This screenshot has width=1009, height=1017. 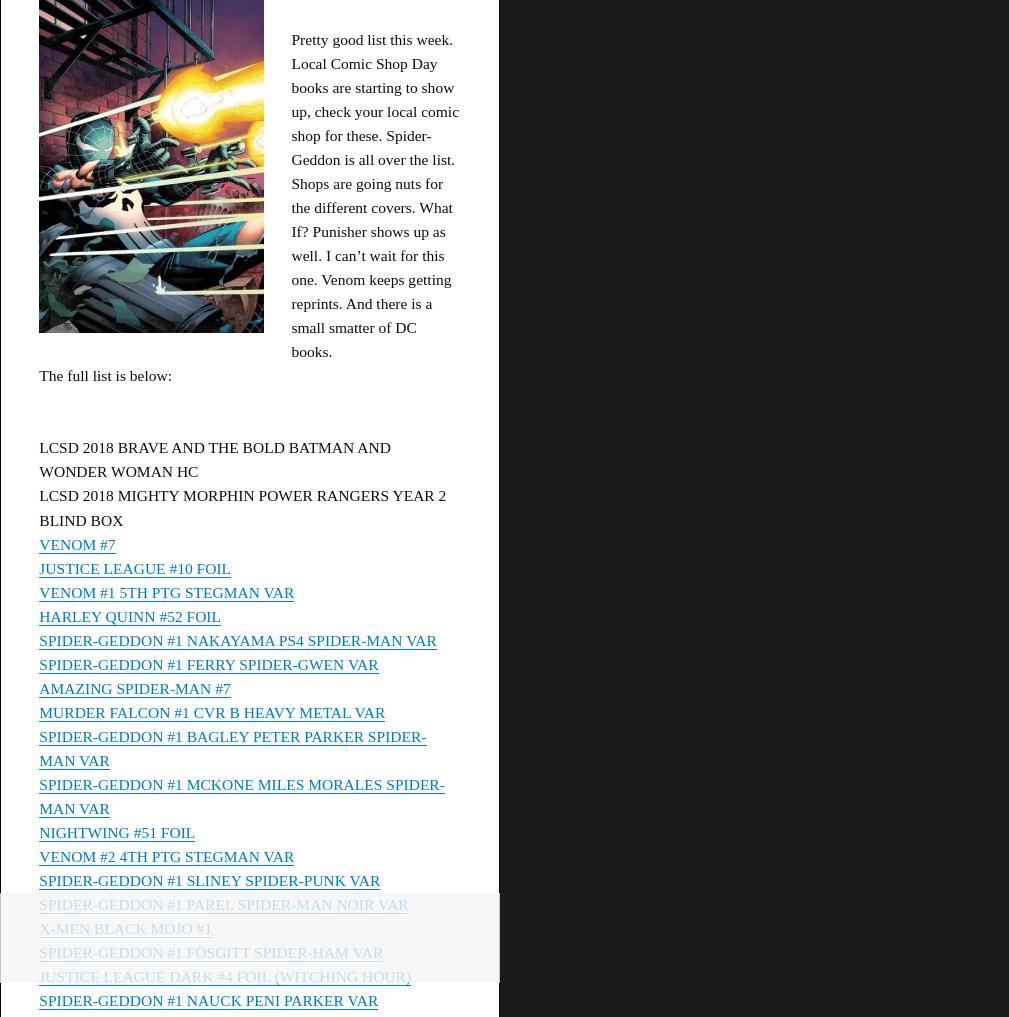 What do you see at coordinates (207, 663) in the screenshot?
I see `'SPIDER-GEDDON #1 FERRY SPIDER-GWEN VAR'` at bounding box center [207, 663].